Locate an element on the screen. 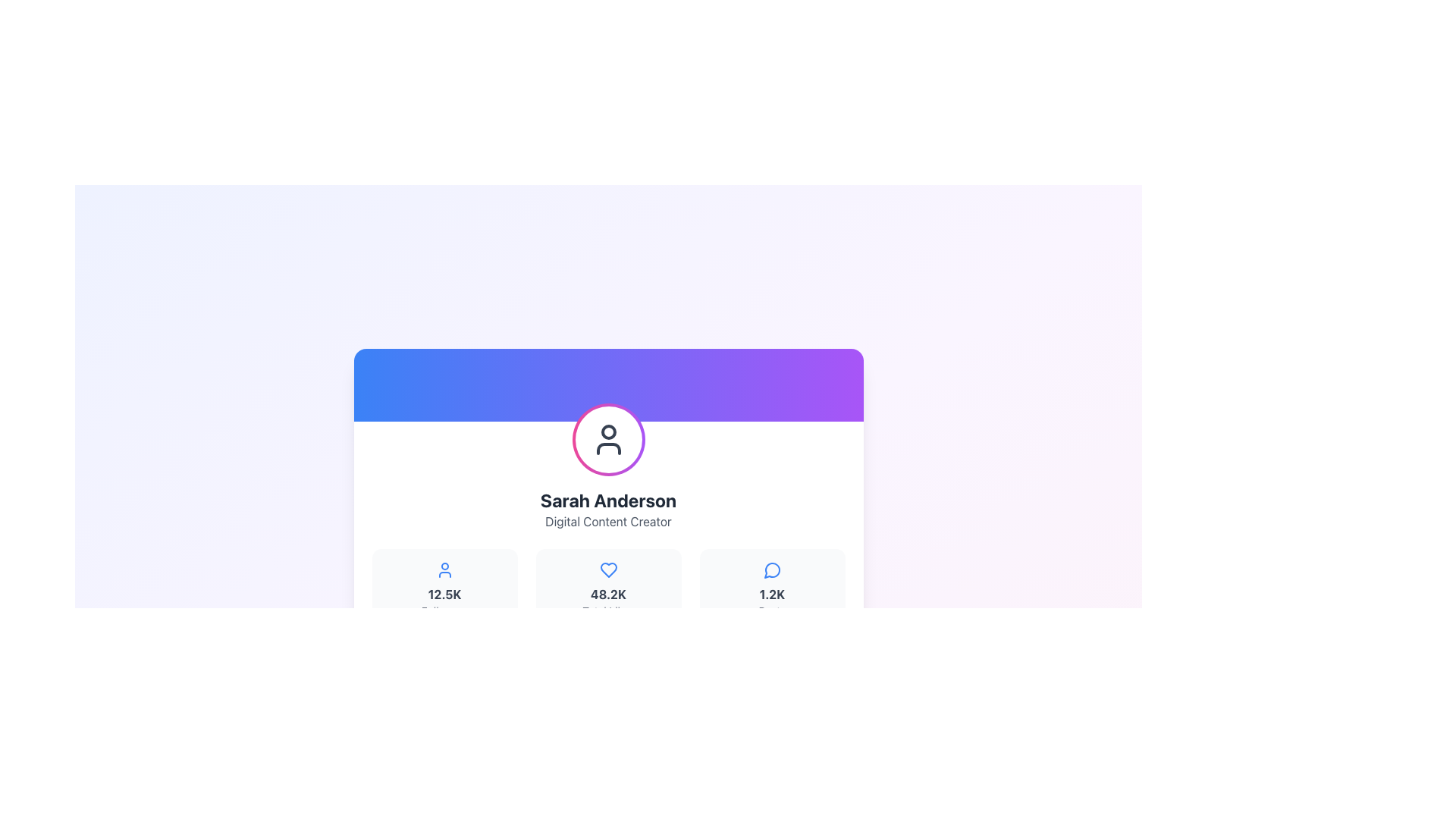  the compact blue SVG icon resembling a stylized human figure, located above the text '12.5K' within the top section of a white rectangular card, as it is the leftmost icon in a group of three statistics icons is located at coordinates (444, 570).